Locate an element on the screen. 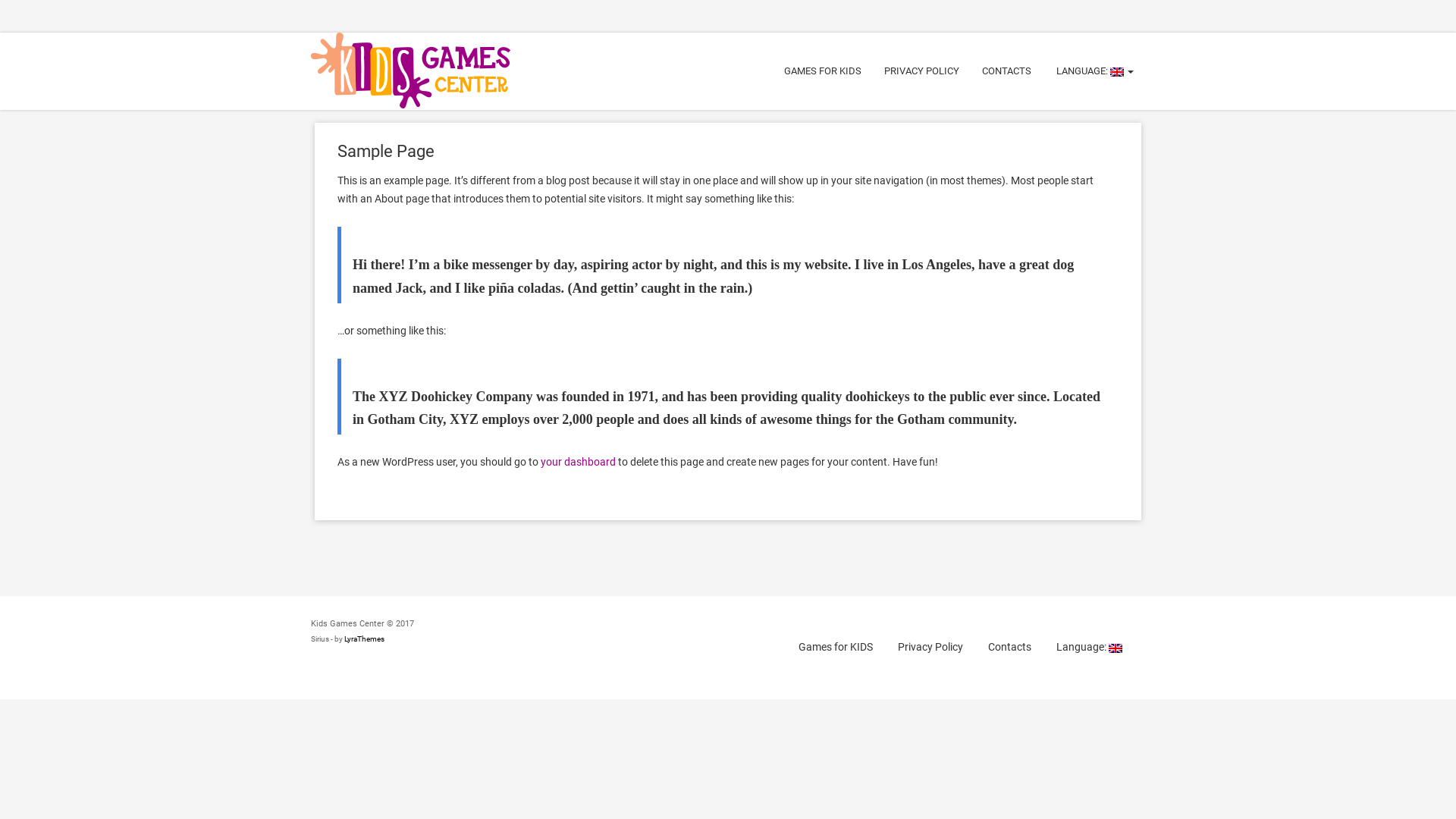 Image resolution: width=1456 pixels, height=819 pixels. 'LyraThemes' is located at coordinates (364, 639).